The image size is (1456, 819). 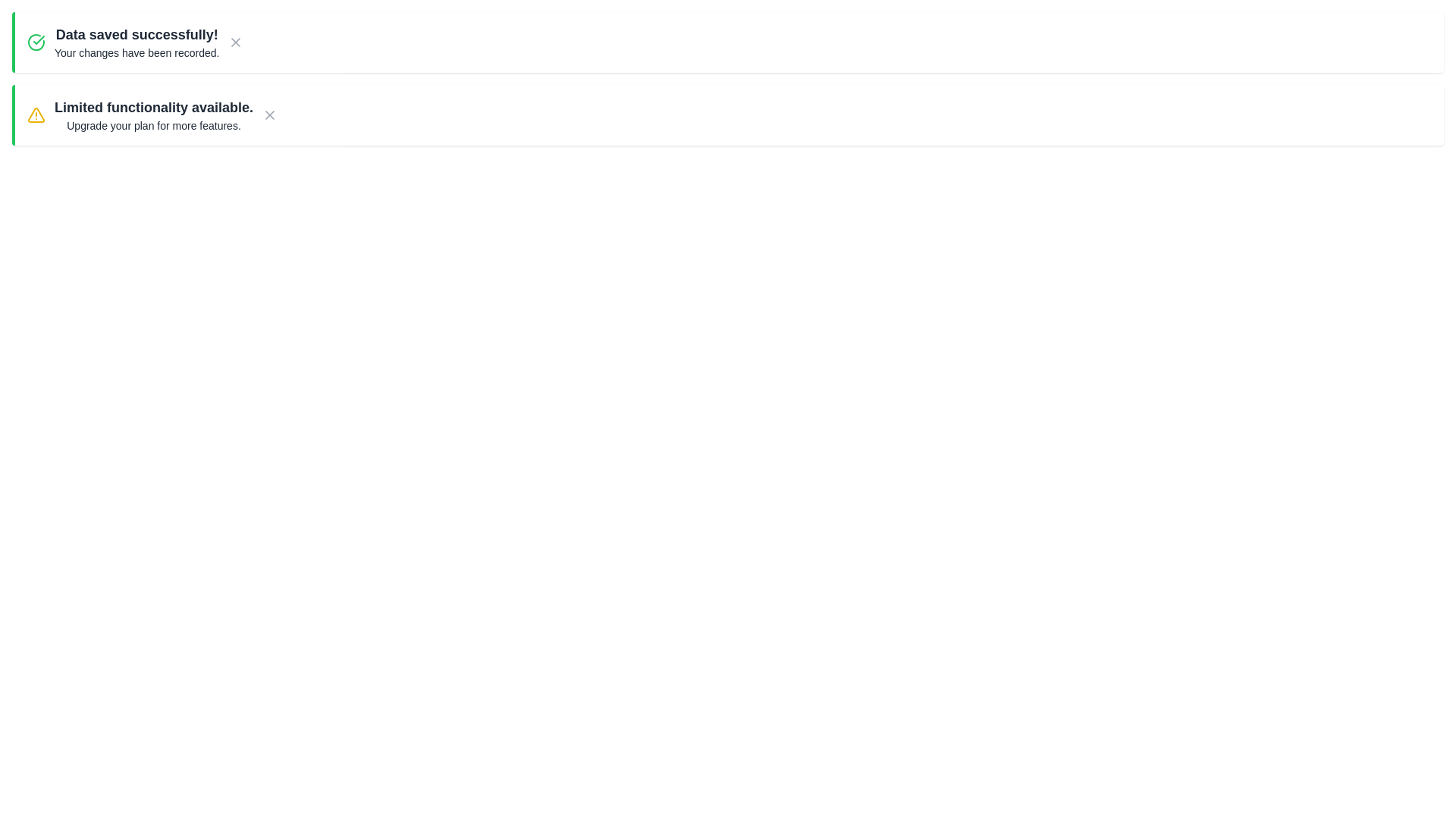 I want to click on the close button of the notification to dismiss it, so click(x=235, y=42).